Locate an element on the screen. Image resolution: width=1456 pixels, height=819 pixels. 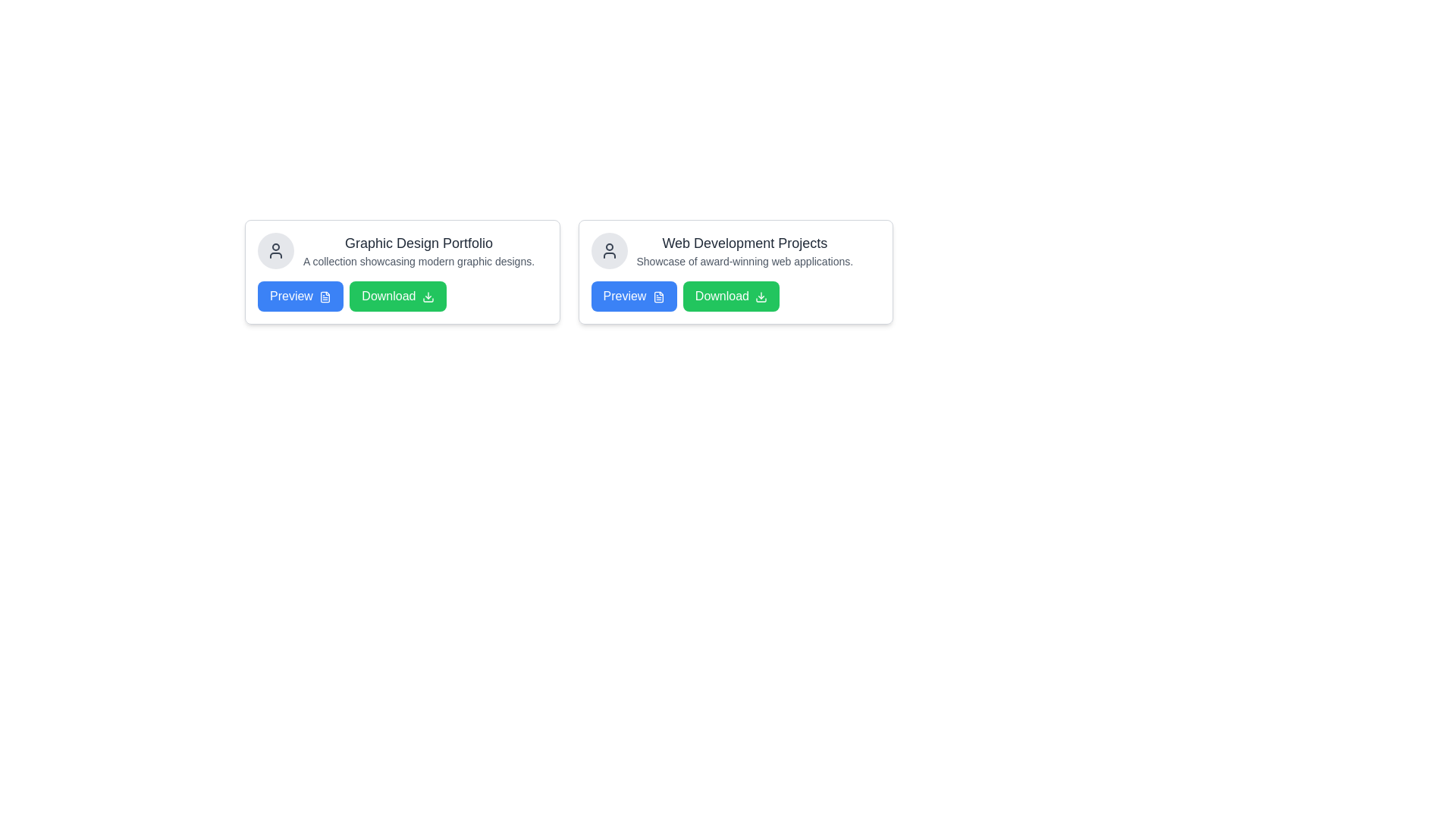
title text displayed in the top section of the card, located on the right side within a two-card layout is located at coordinates (745, 242).